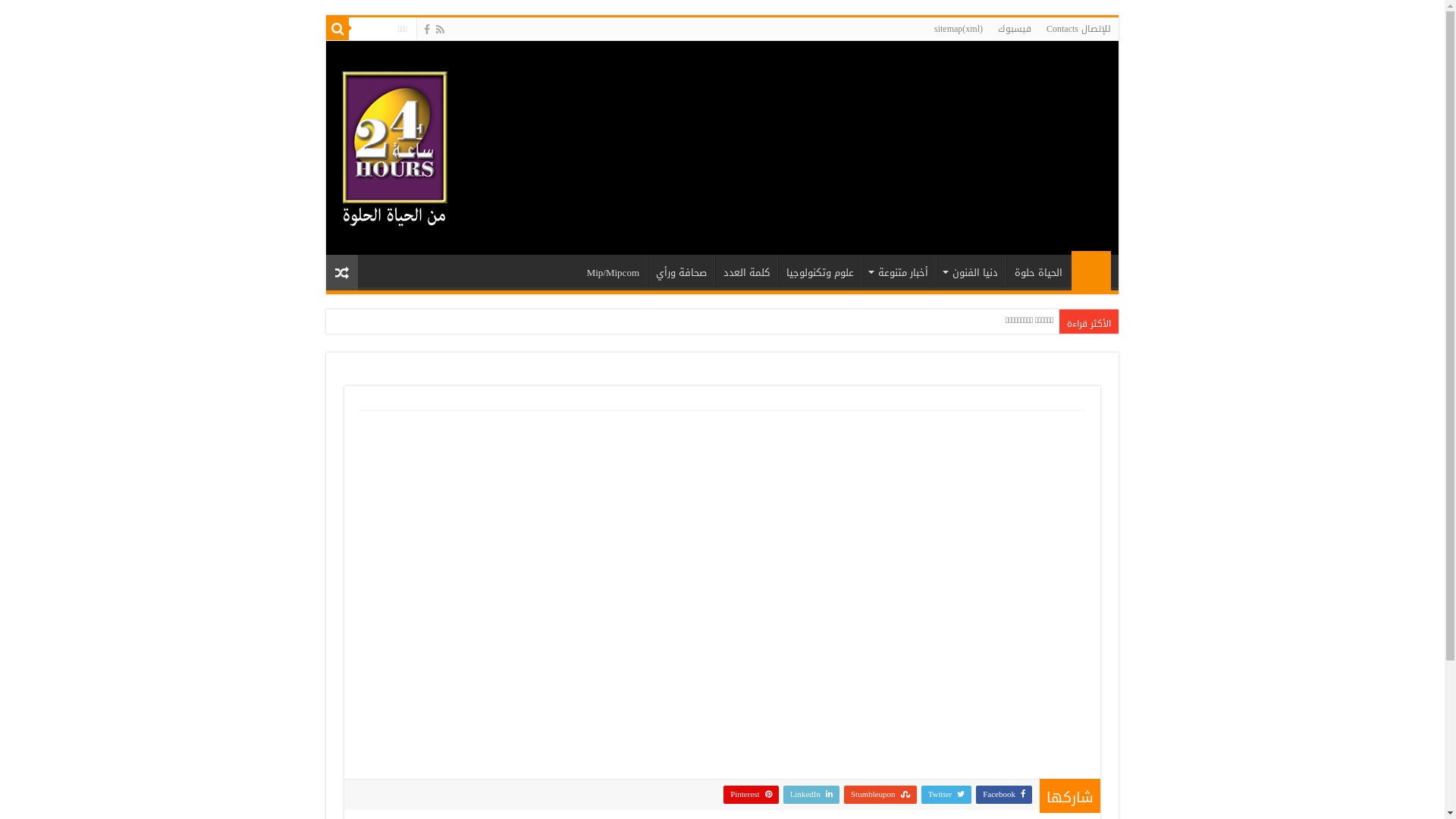  Describe the element at coordinates (723, 794) in the screenshot. I see `'Pinterest'` at that location.